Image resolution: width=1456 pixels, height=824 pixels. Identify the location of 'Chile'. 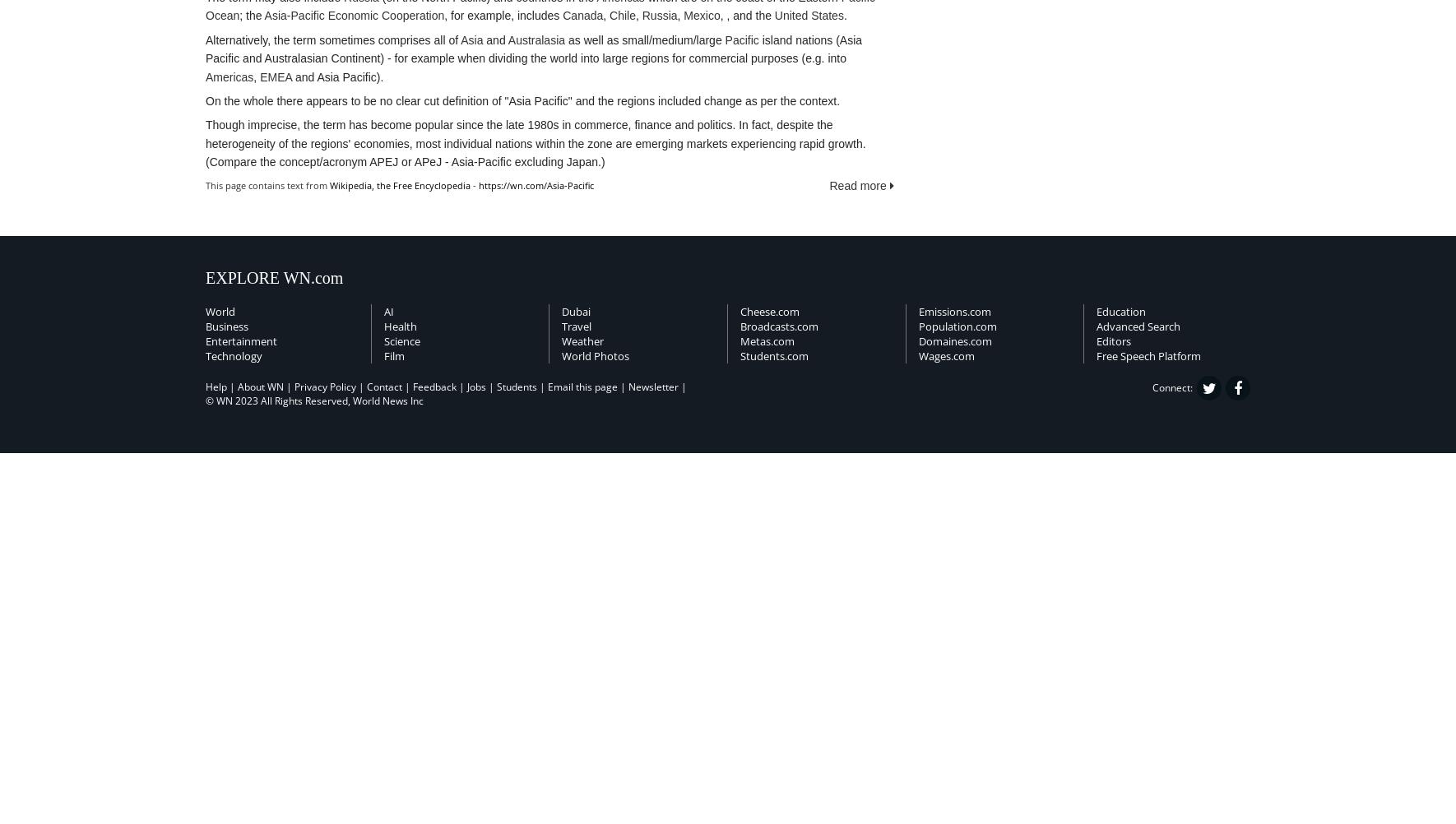
(622, 16).